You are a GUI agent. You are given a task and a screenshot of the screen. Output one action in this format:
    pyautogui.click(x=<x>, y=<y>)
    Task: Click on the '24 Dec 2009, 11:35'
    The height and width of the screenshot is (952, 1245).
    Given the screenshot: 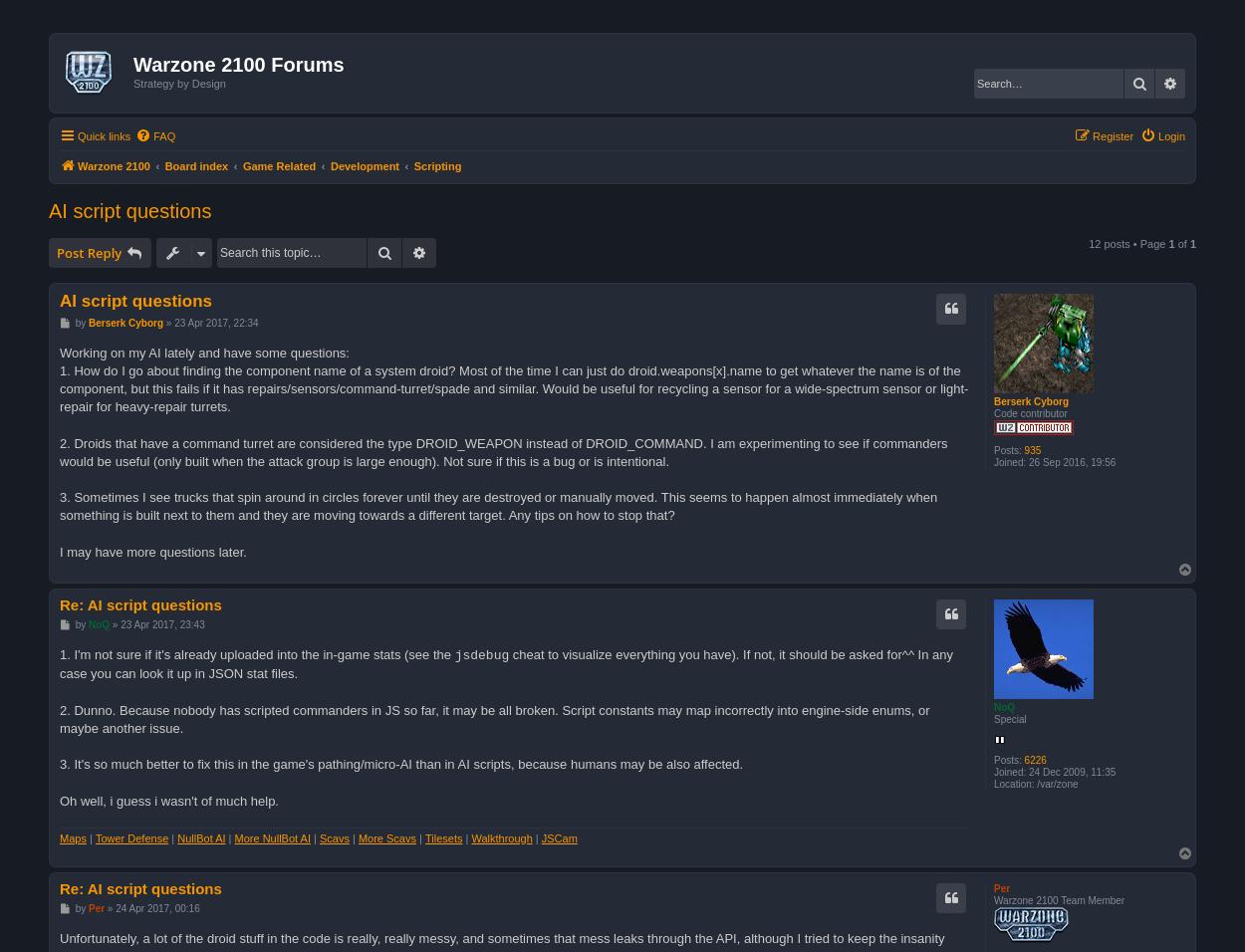 What is the action you would take?
    pyautogui.click(x=1026, y=770)
    